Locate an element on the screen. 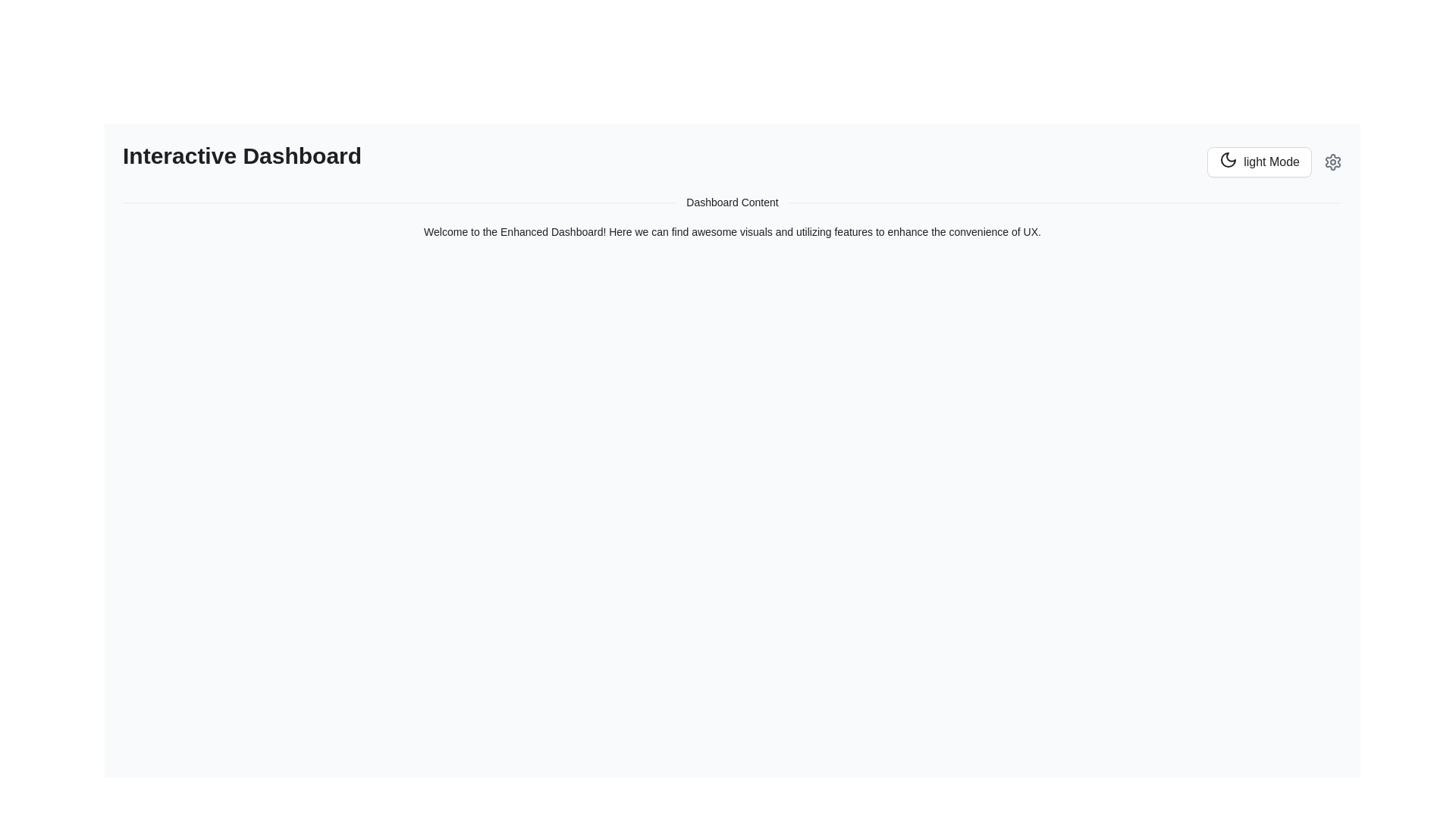 The width and height of the screenshot is (1456, 819). the Toggle button labeled 'light Mode' with an adjacent moon icon located in the top-right corner of the interface is located at coordinates (1274, 162).